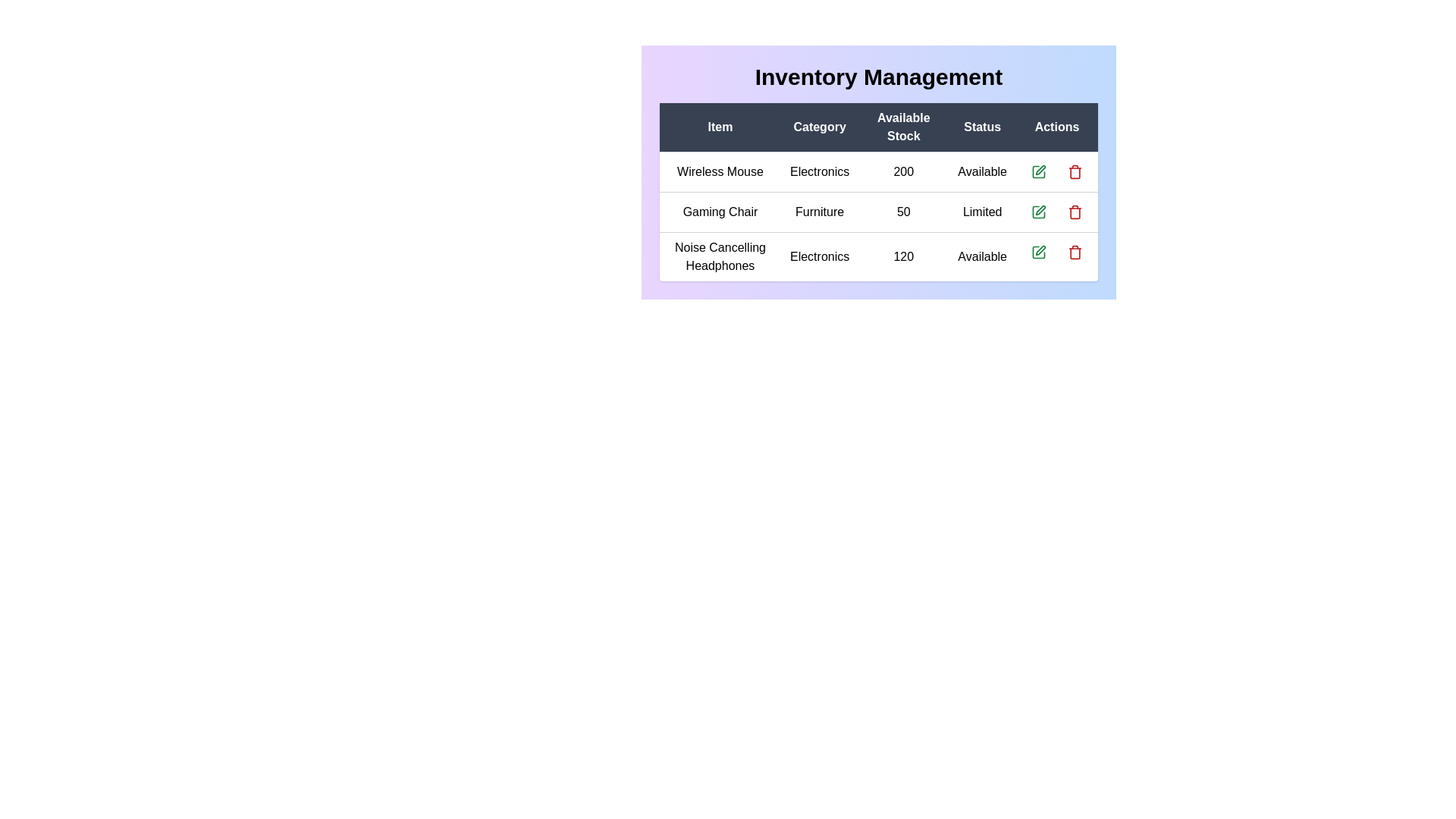 The height and width of the screenshot is (819, 1456). What do you see at coordinates (878, 256) in the screenshot?
I see `the row corresponding to Noise Cancelling Headphones` at bounding box center [878, 256].